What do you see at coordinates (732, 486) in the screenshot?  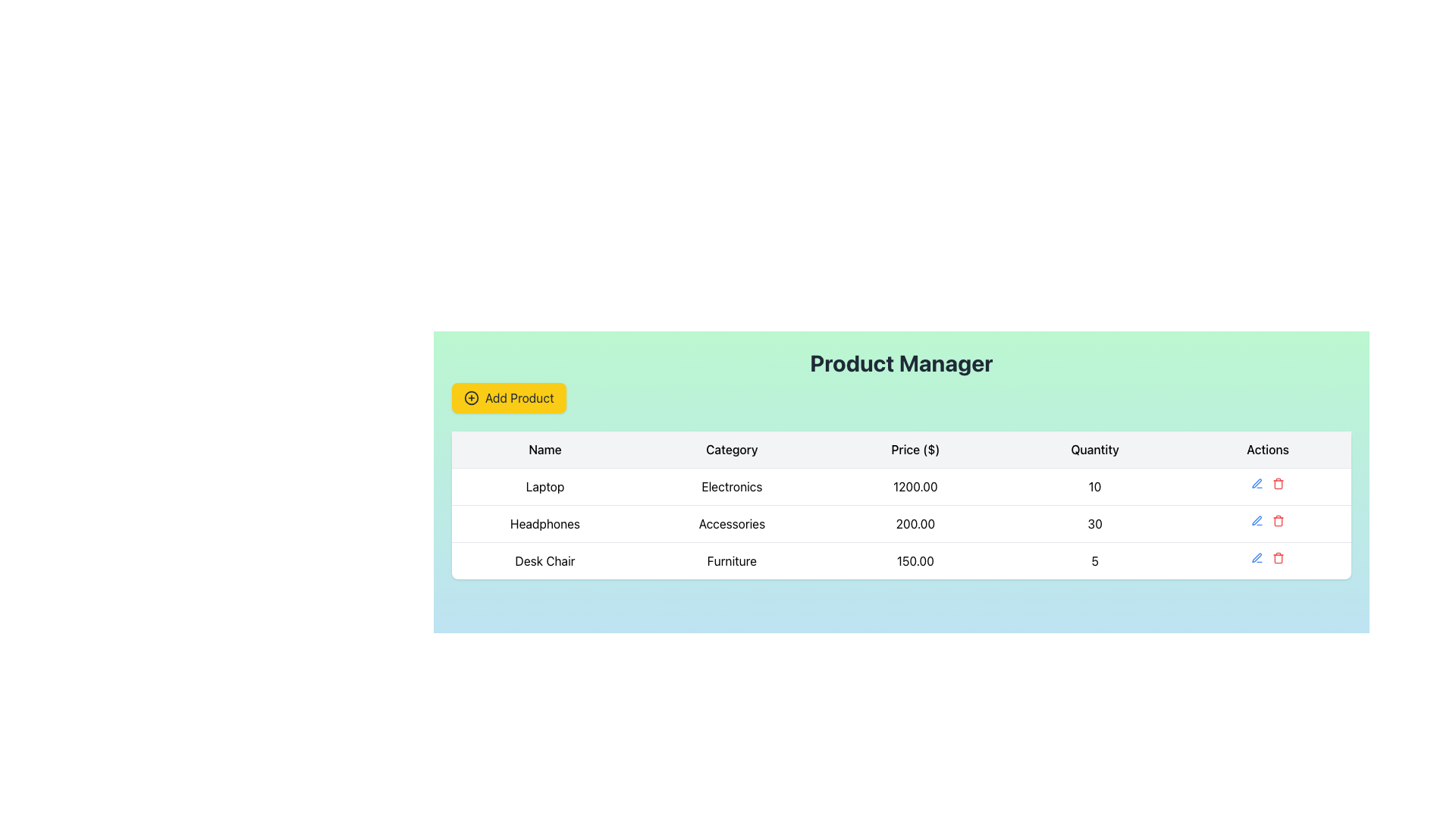 I see `the 'Electronics' Text Display element, which is the second cell in the row for 'Laptop', featuring bold text on a white background` at bounding box center [732, 486].